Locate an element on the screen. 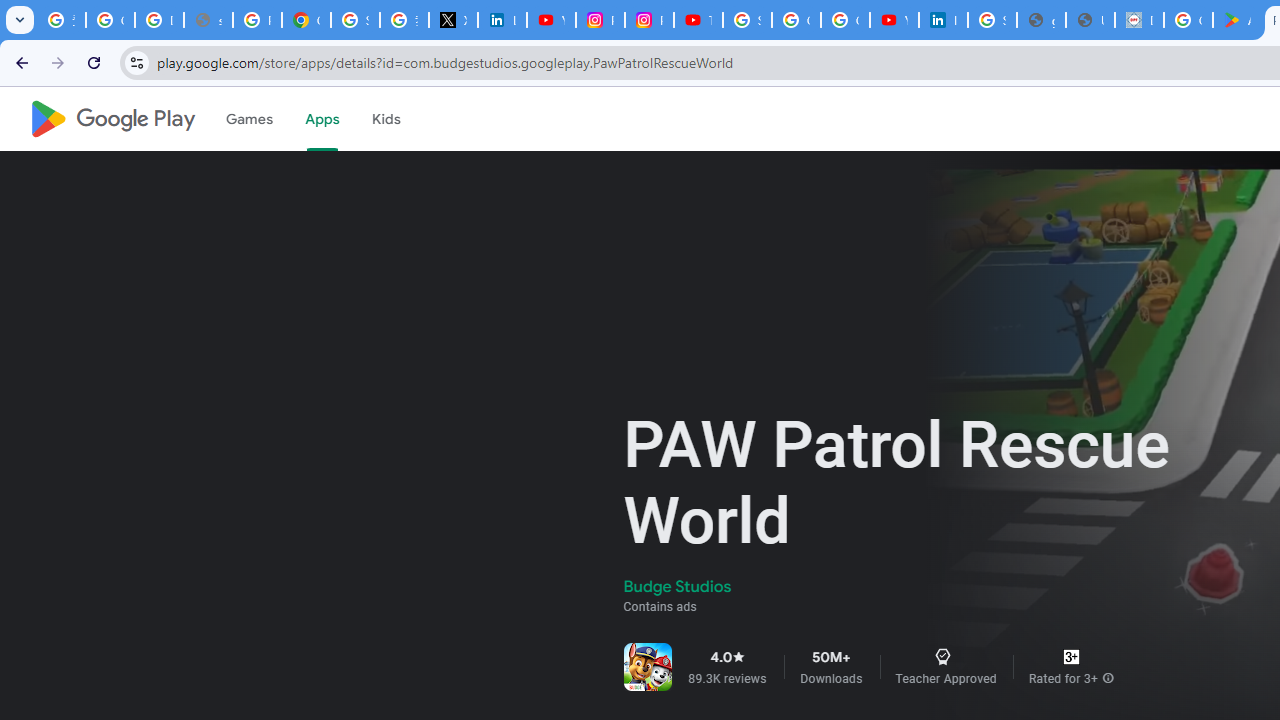 The height and width of the screenshot is (720, 1280). 'Games' is located at coordinates (247, 119).